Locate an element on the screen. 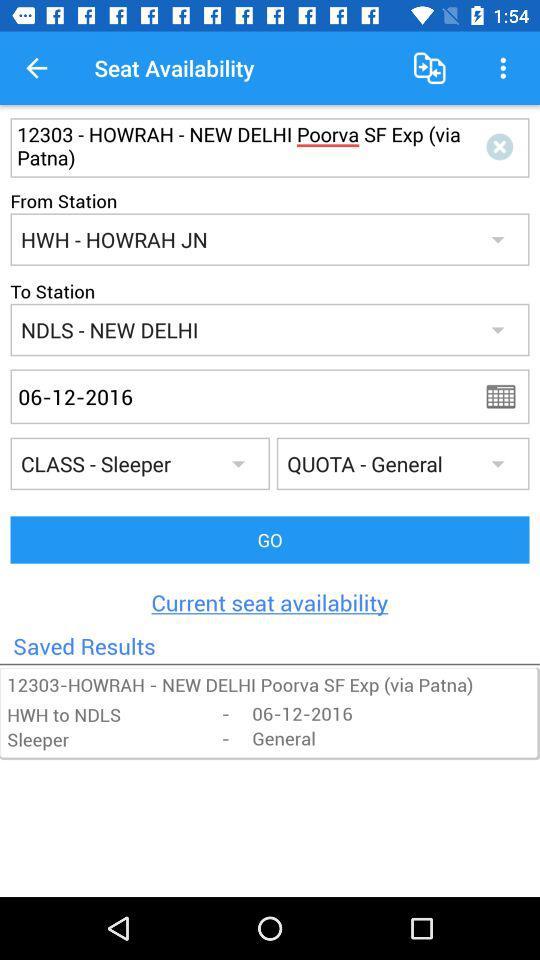 This screenshot has height=960, width=540. the close icon is located at coordinates (502, 146).